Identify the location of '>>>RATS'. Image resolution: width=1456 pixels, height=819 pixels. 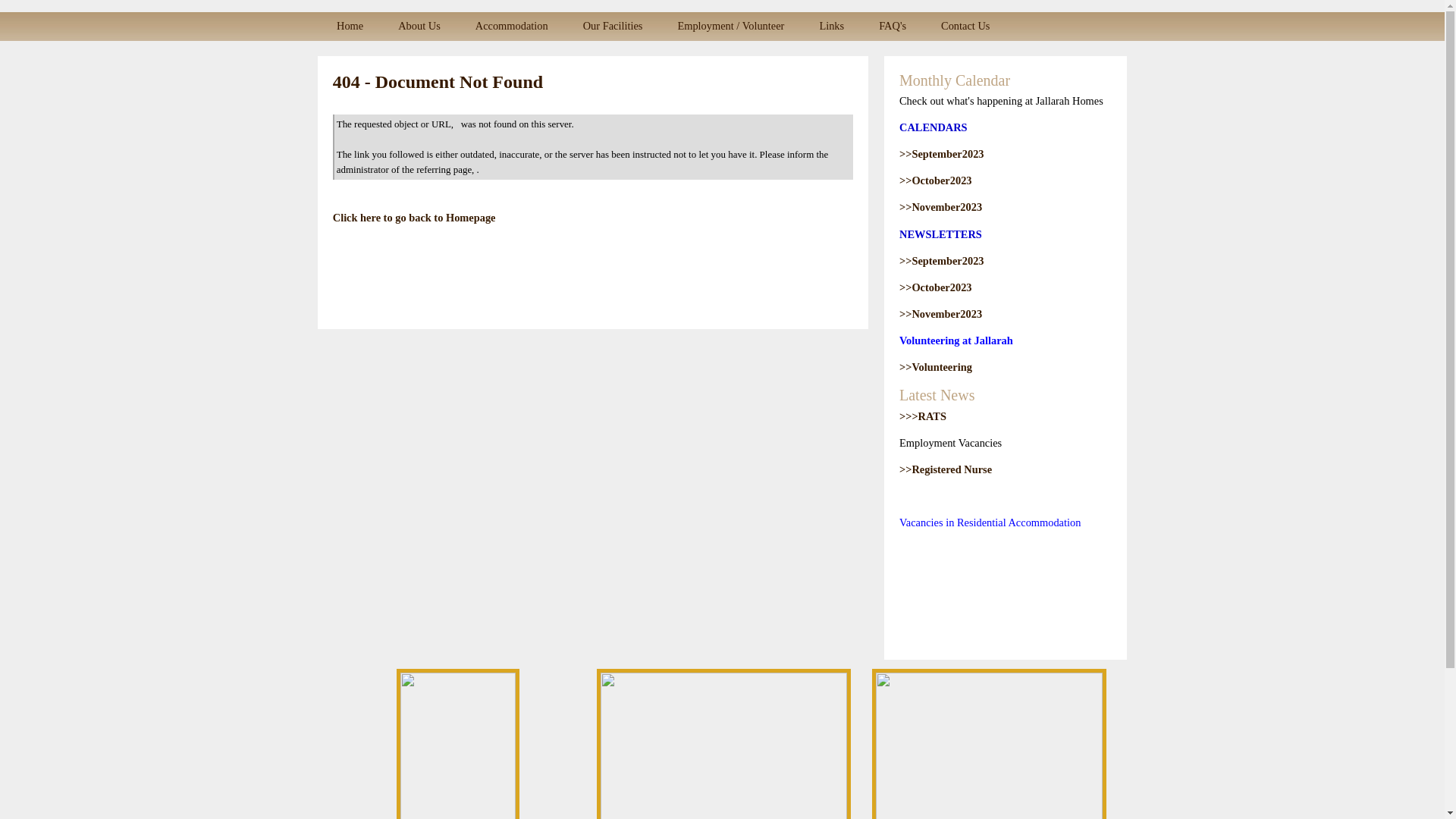
(922, 416).